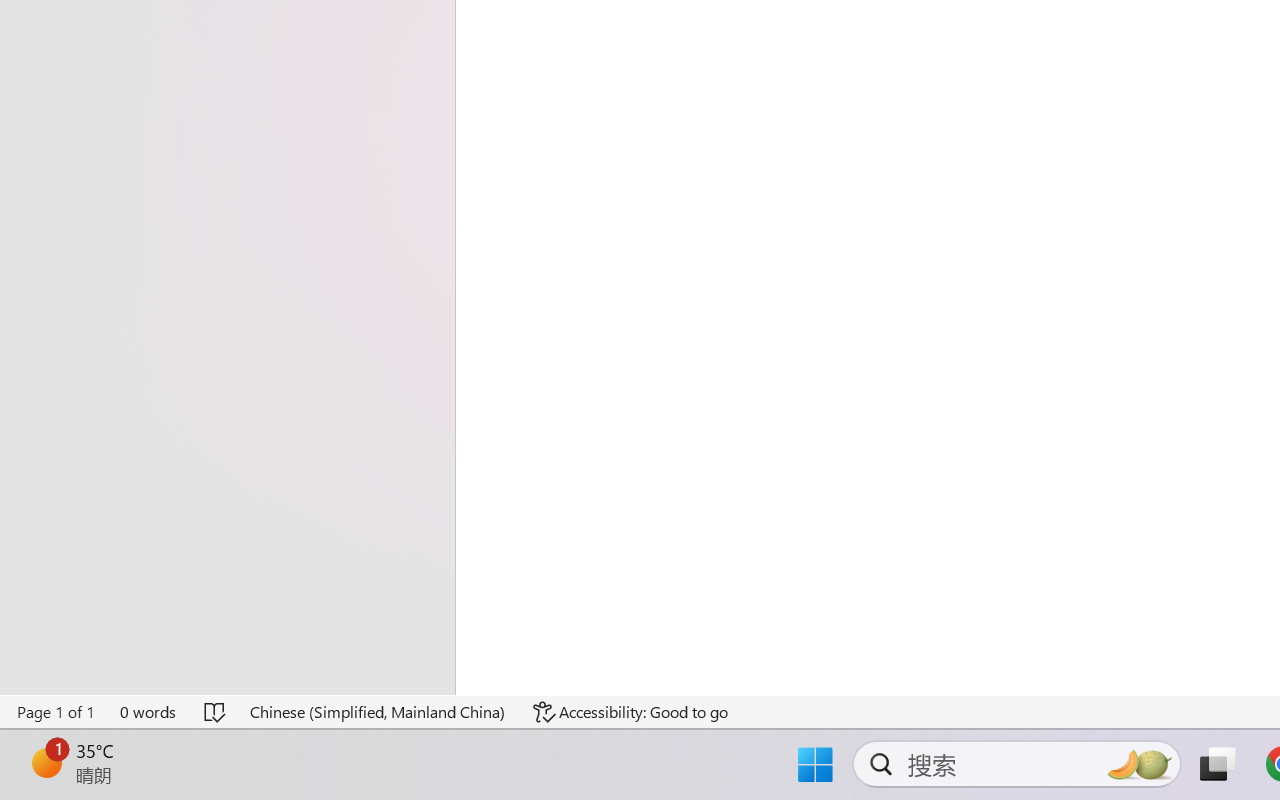  I want to click on 'Language Chinese (Simplified, Mainland China)', so click(378, 711).